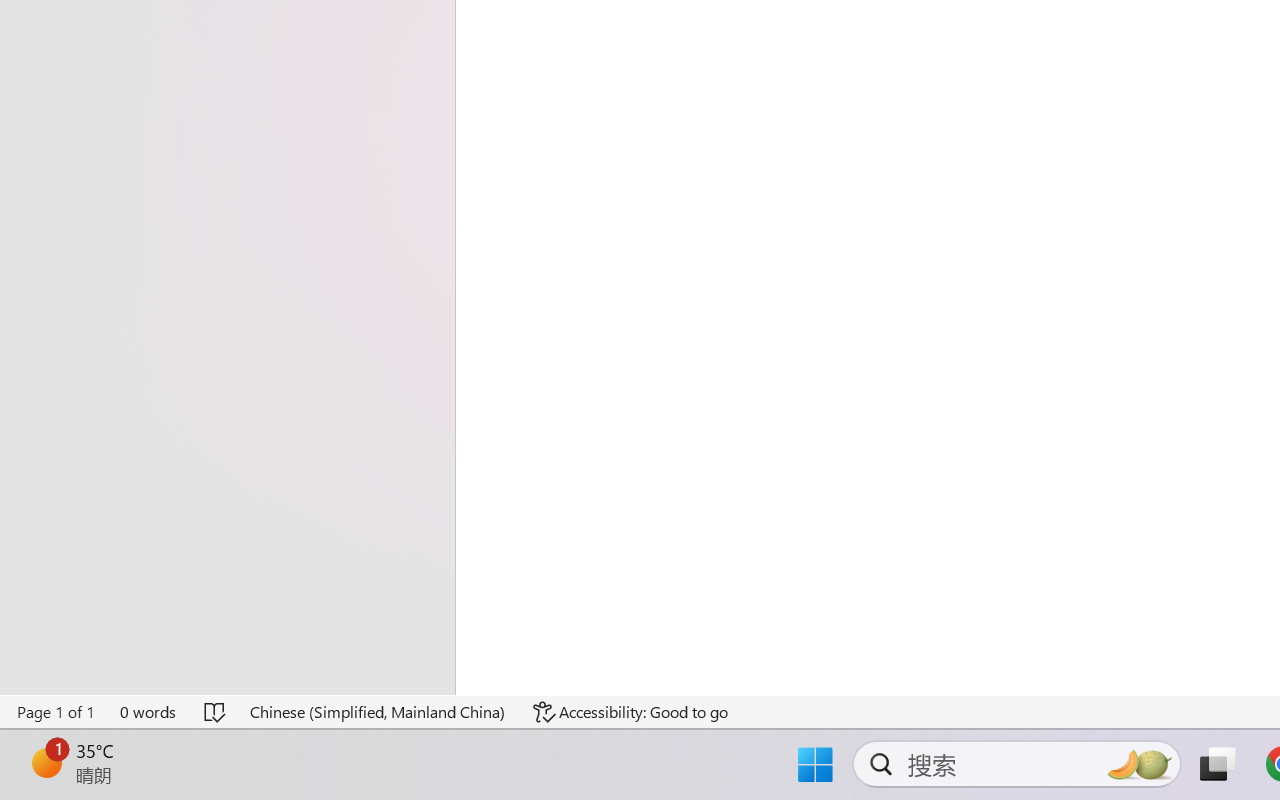  I want to click on 'Language Chinese (Simplified, Mainland China)', so click(378, 711).